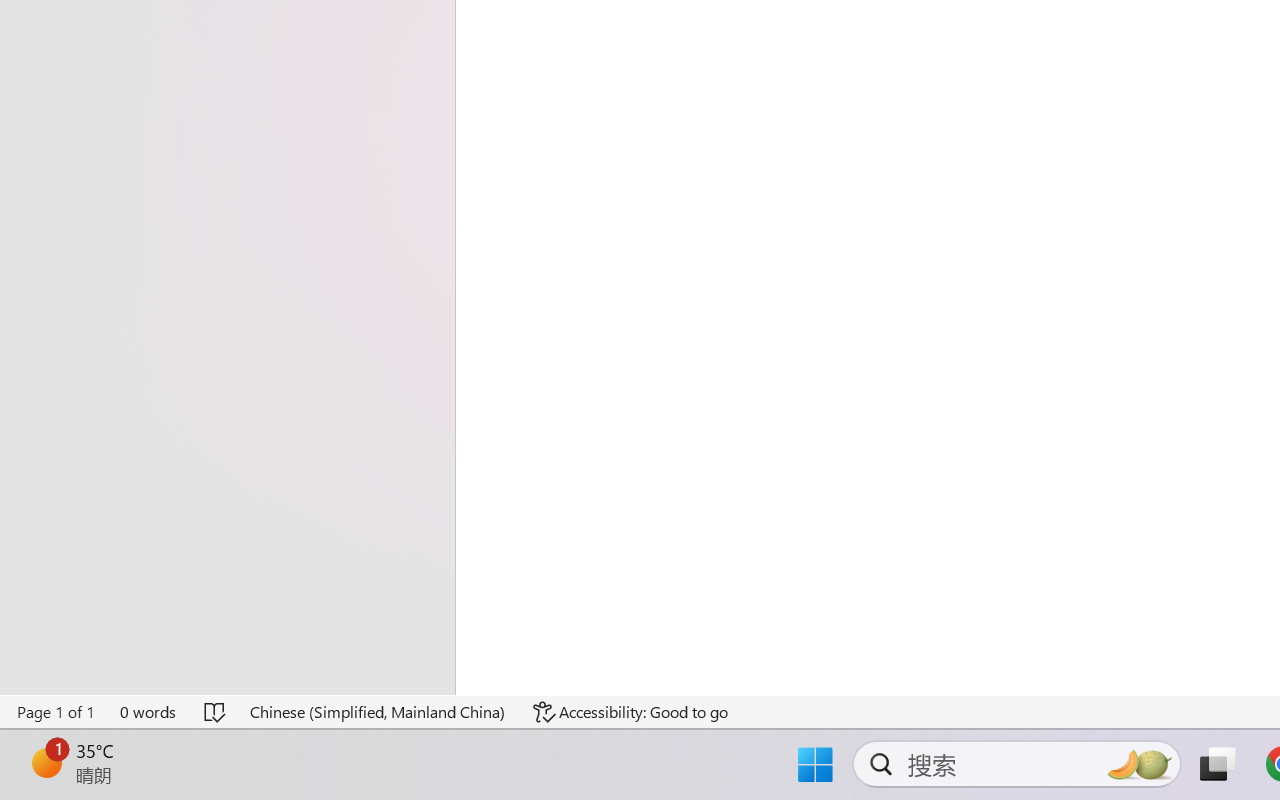  I want to click on 'Language Chinese (Simplified, Mainland China)', so click(378, 711).